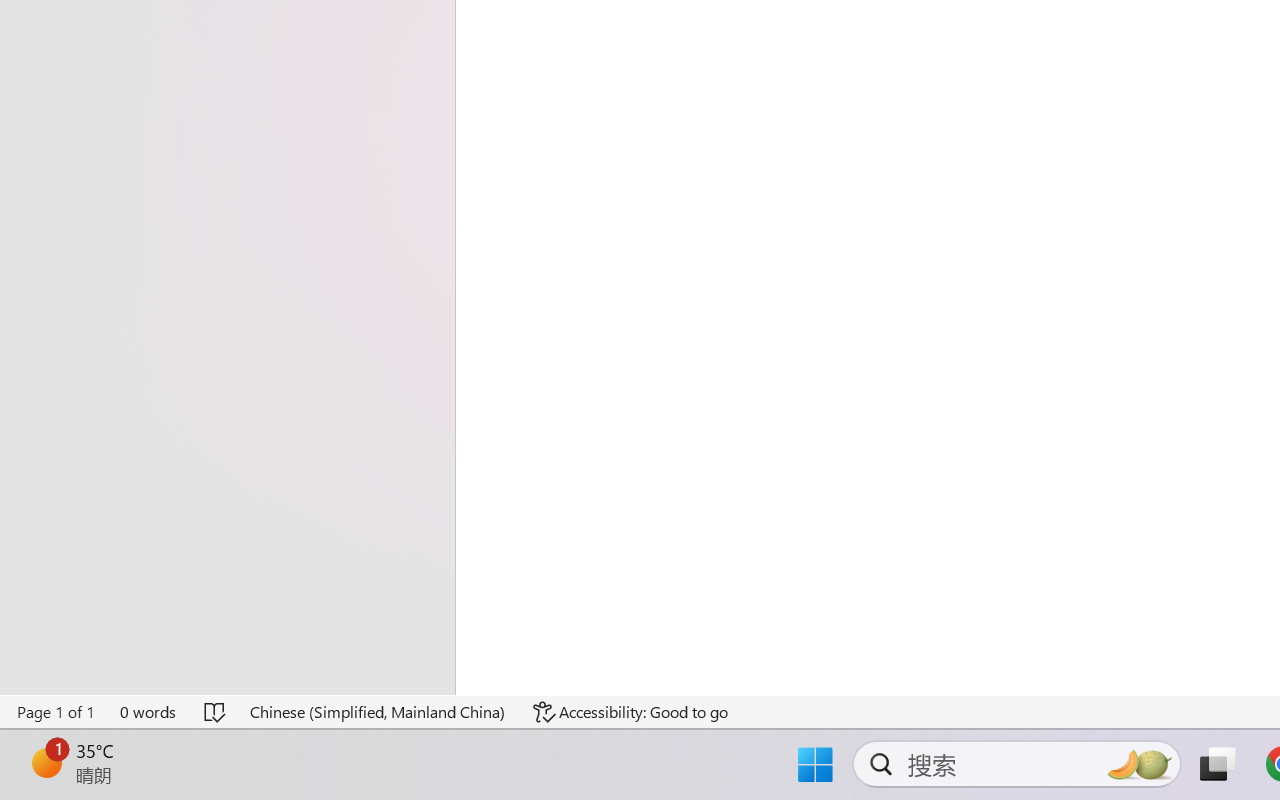  I want to click on 'Language Chinese (Simplified, Mainland China)', so click(378, 711).